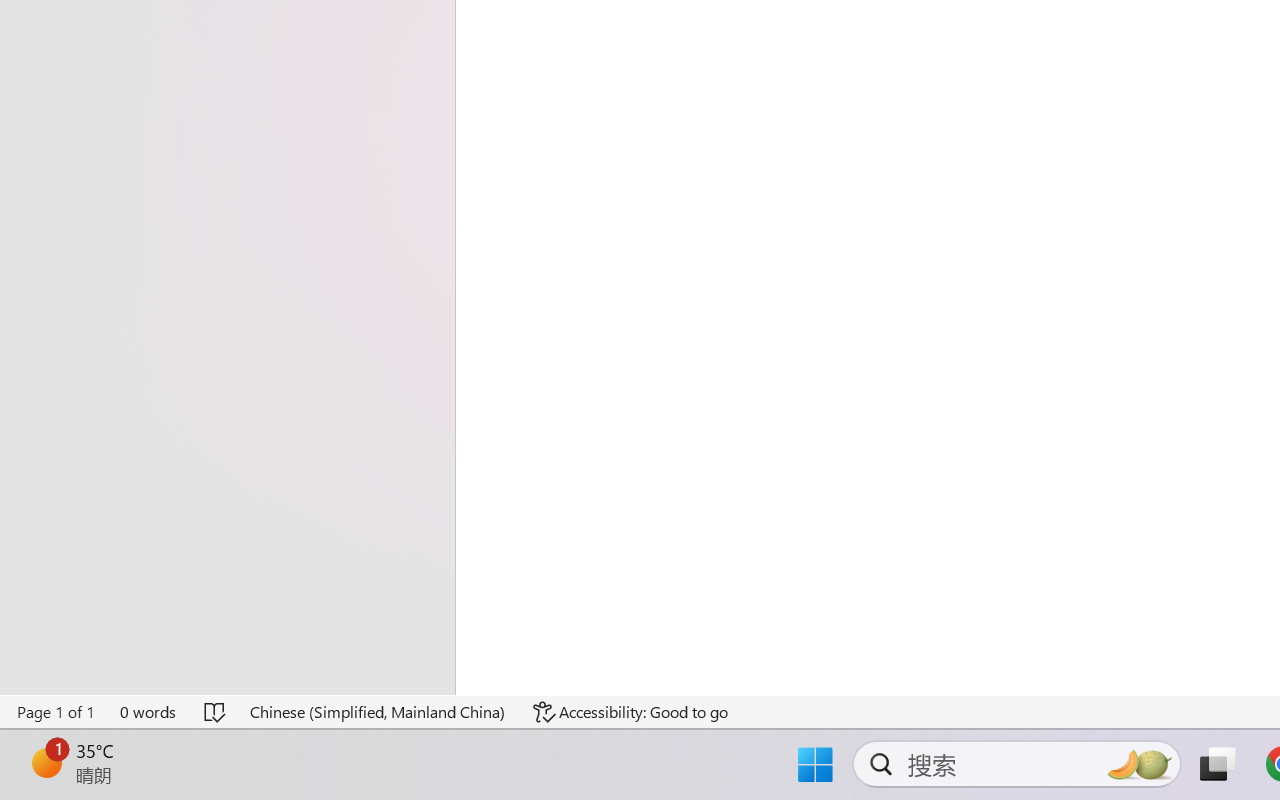  I want to click on 'Language Chinese (Simplified, Mainland China)', so click(378, 711).